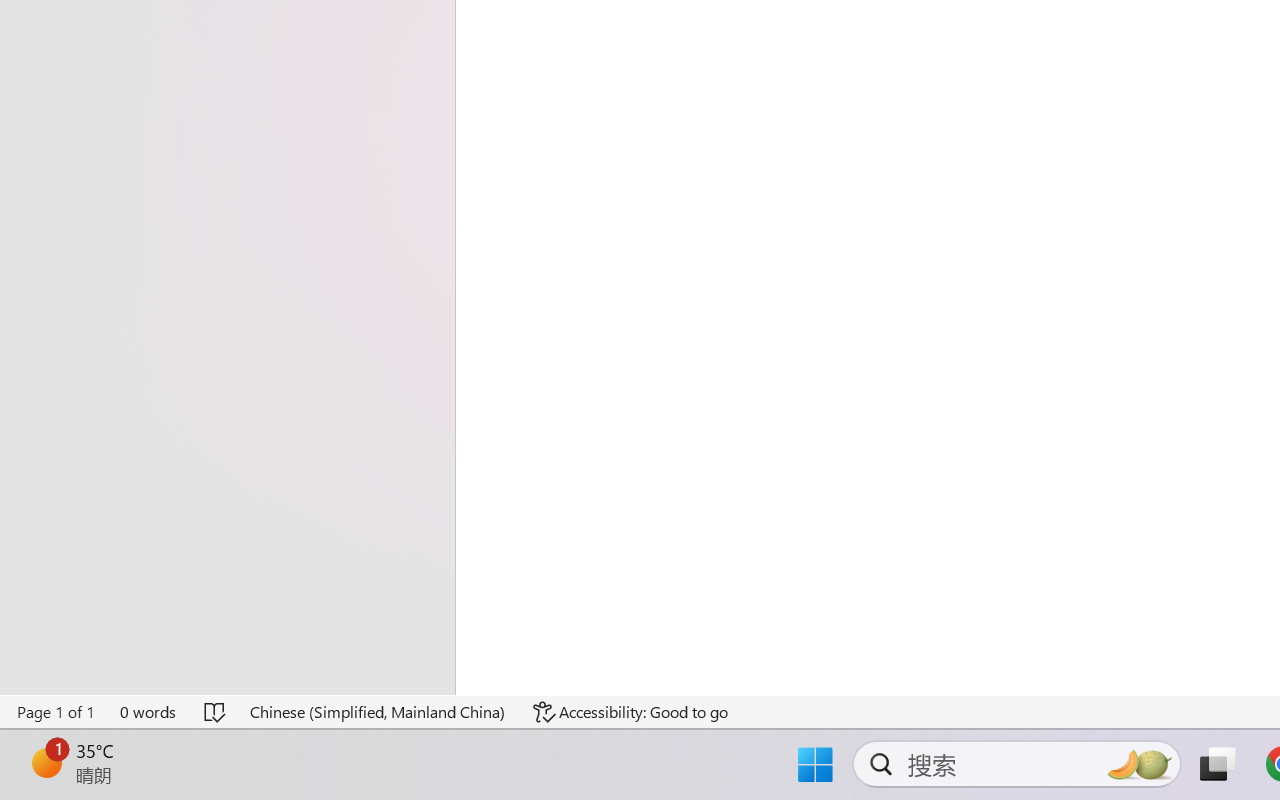  I want to click on 'Language Chinese (Simplified, Mainland China)', so click(378, 711).